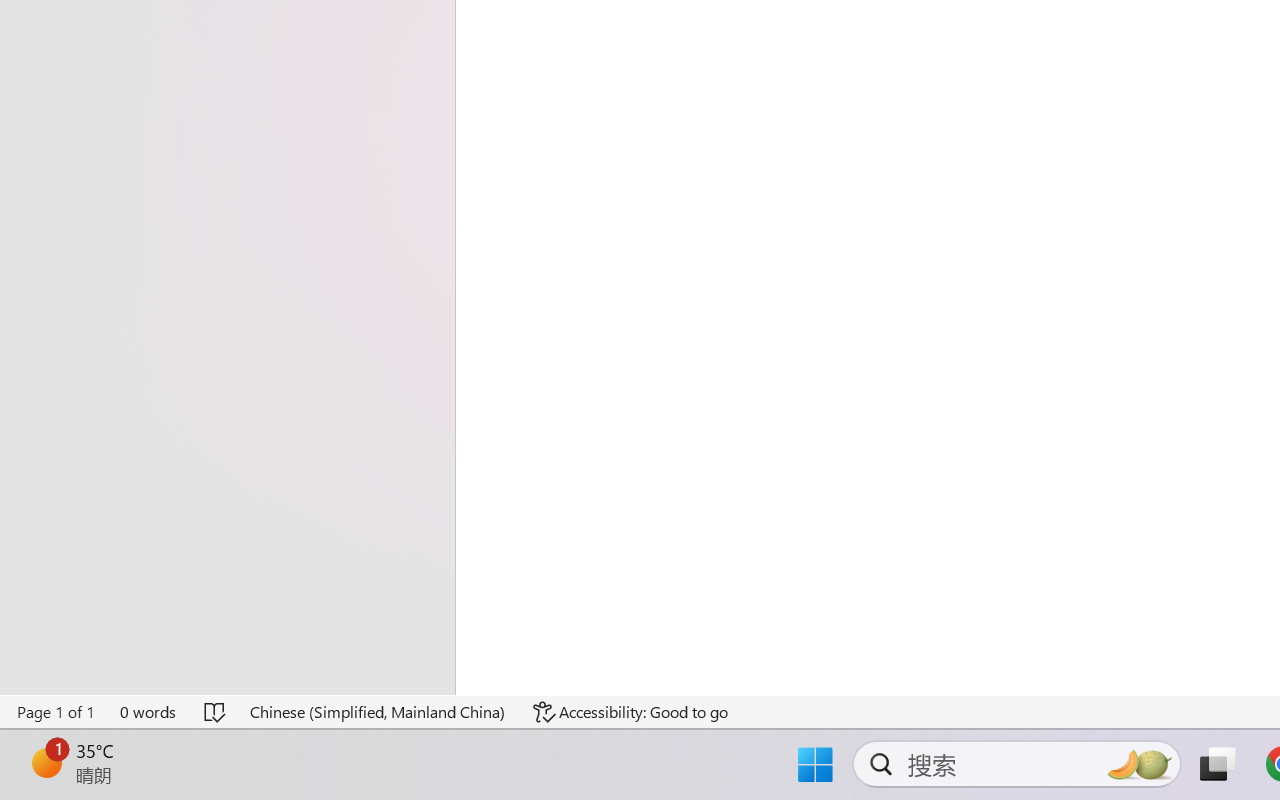  I want to click on 'Language Chinese (Simplified, Mainland China)', so click(378, 711).